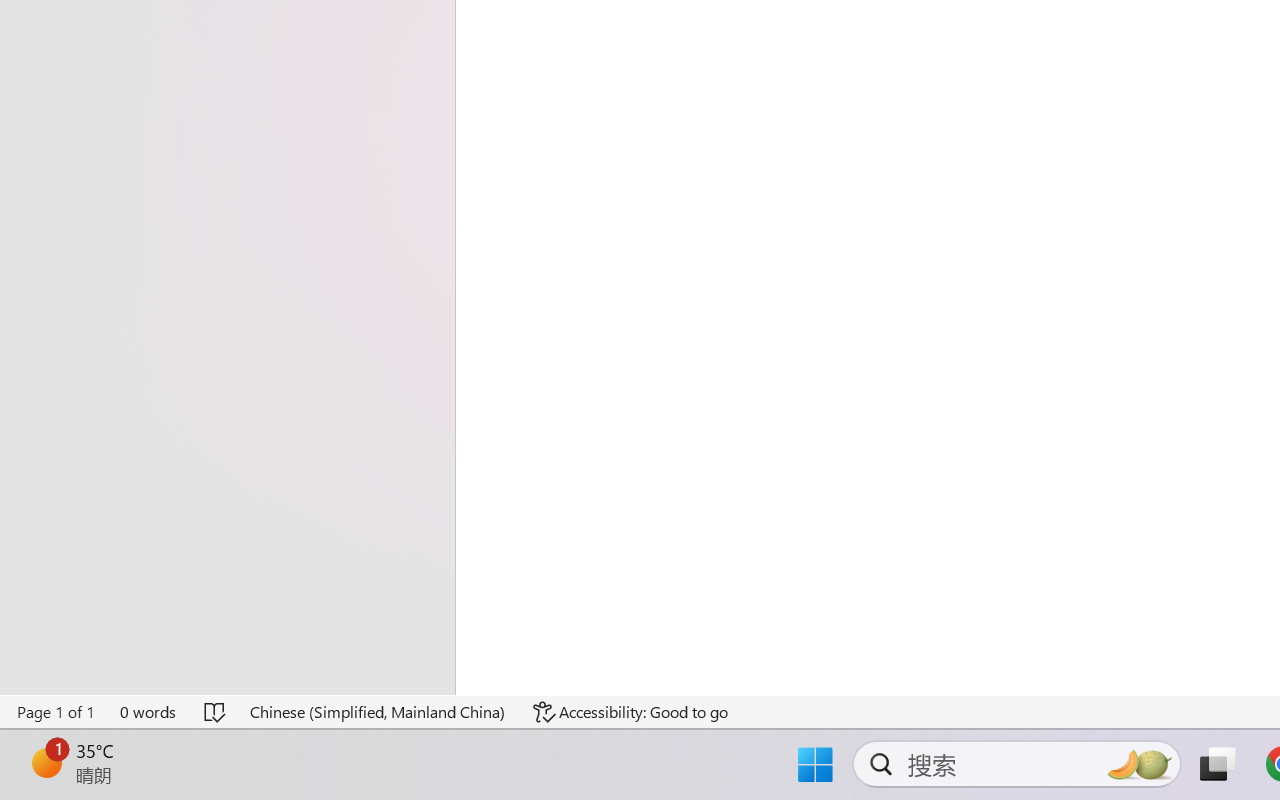  I want to click on 'Language Chinese (Simplified, Mainland China)', so click(378, 711).